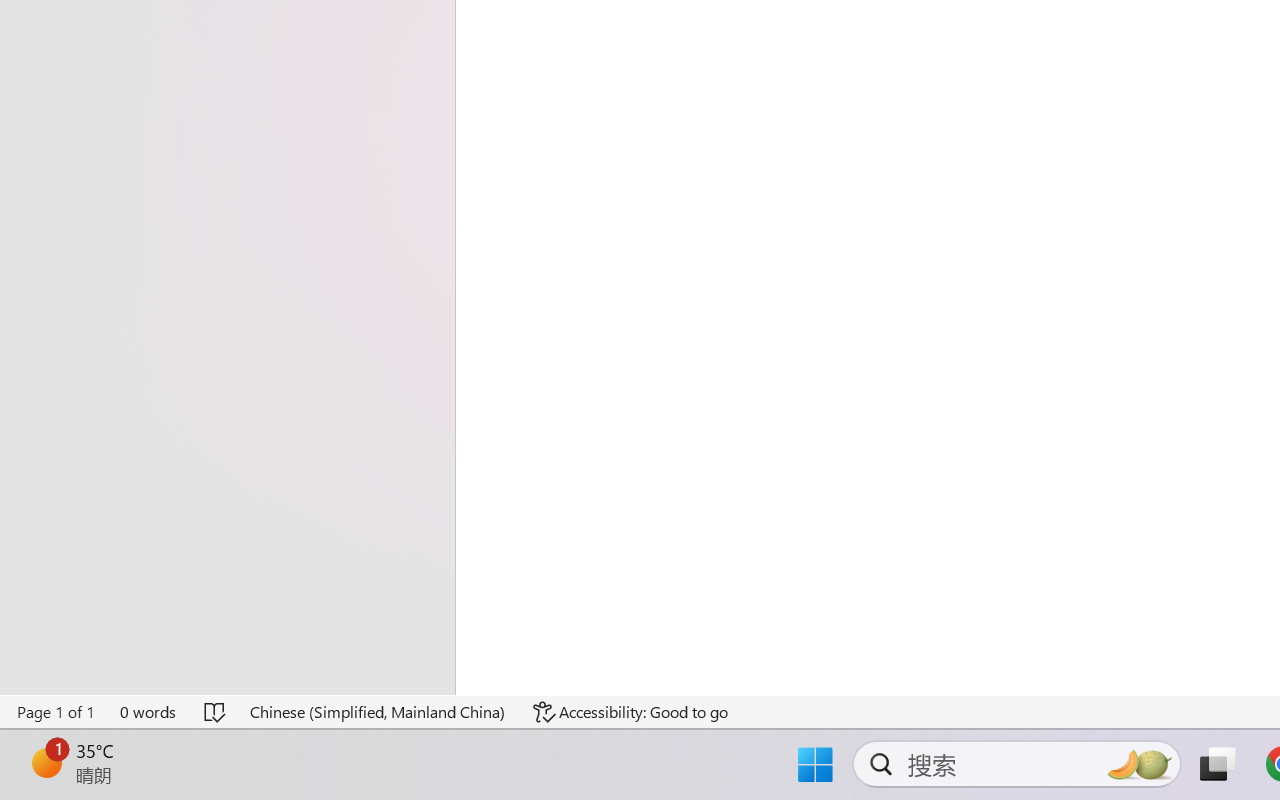  I want to click on 'Language Chinese (Simplified, Mainland China)', so click(378, 711).